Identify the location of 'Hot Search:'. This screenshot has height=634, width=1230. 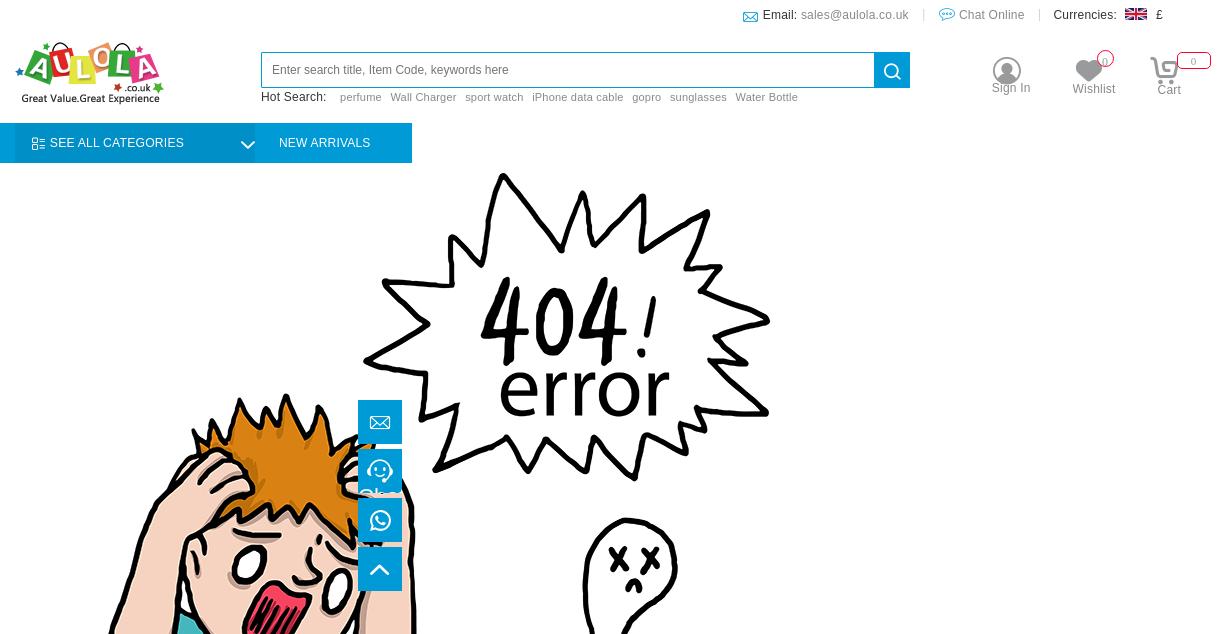
(295, 96).